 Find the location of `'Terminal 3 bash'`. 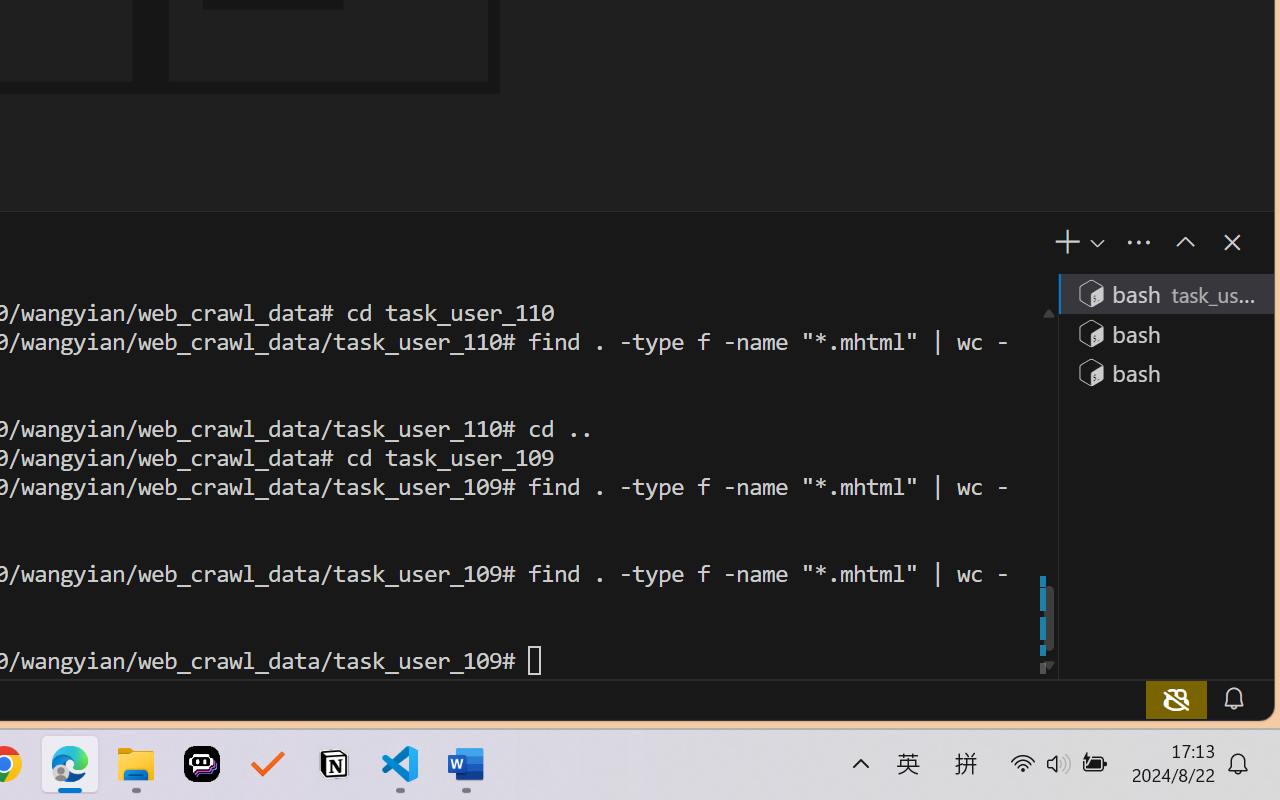

'Terminal 3 bash' is located at coordinates (1165, 371).